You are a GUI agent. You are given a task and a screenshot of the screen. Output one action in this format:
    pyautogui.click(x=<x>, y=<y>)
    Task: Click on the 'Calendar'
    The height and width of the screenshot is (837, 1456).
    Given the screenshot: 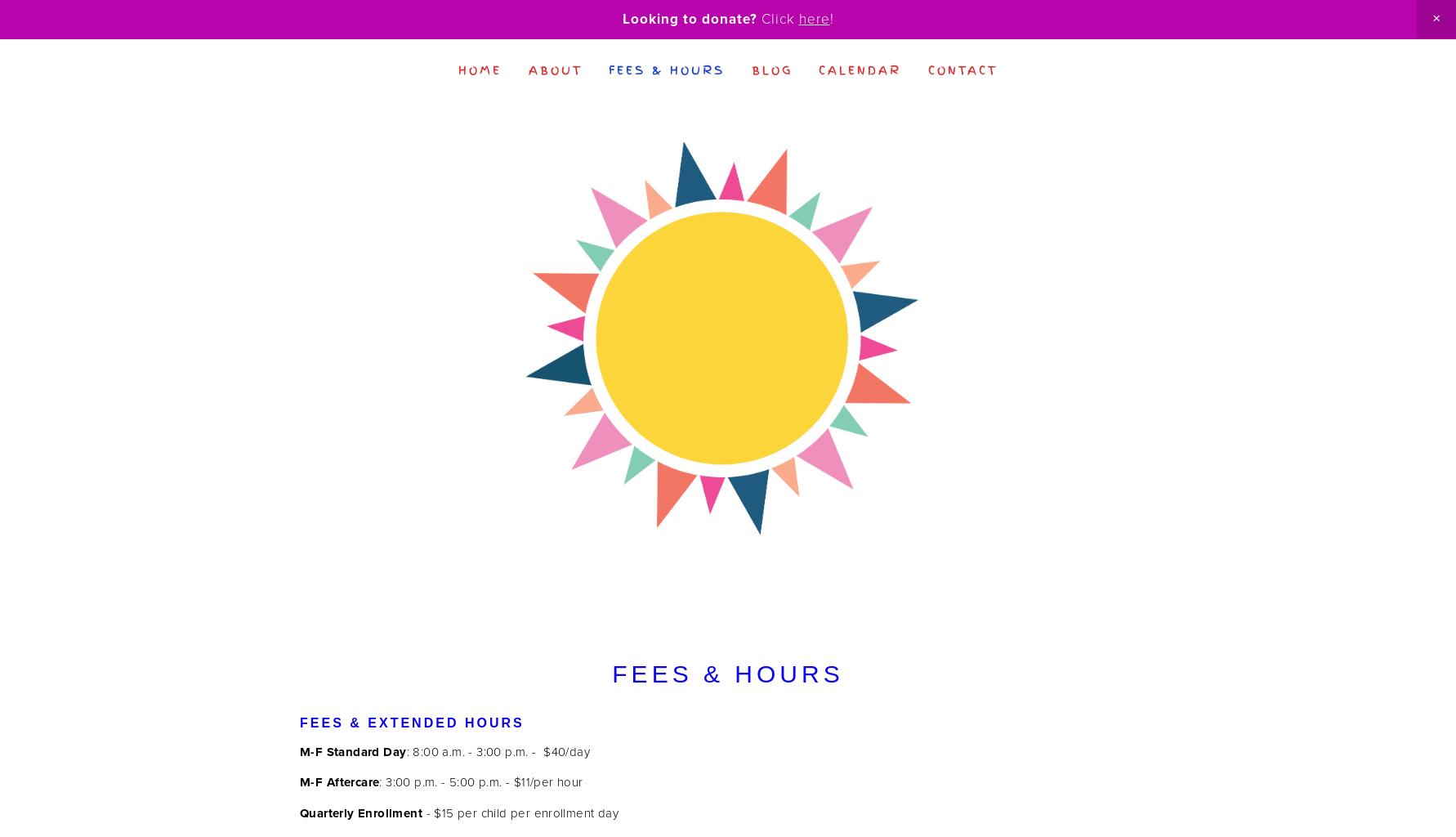 What is the action you would take?
    pyautogui.click(x=859, y=68)
    